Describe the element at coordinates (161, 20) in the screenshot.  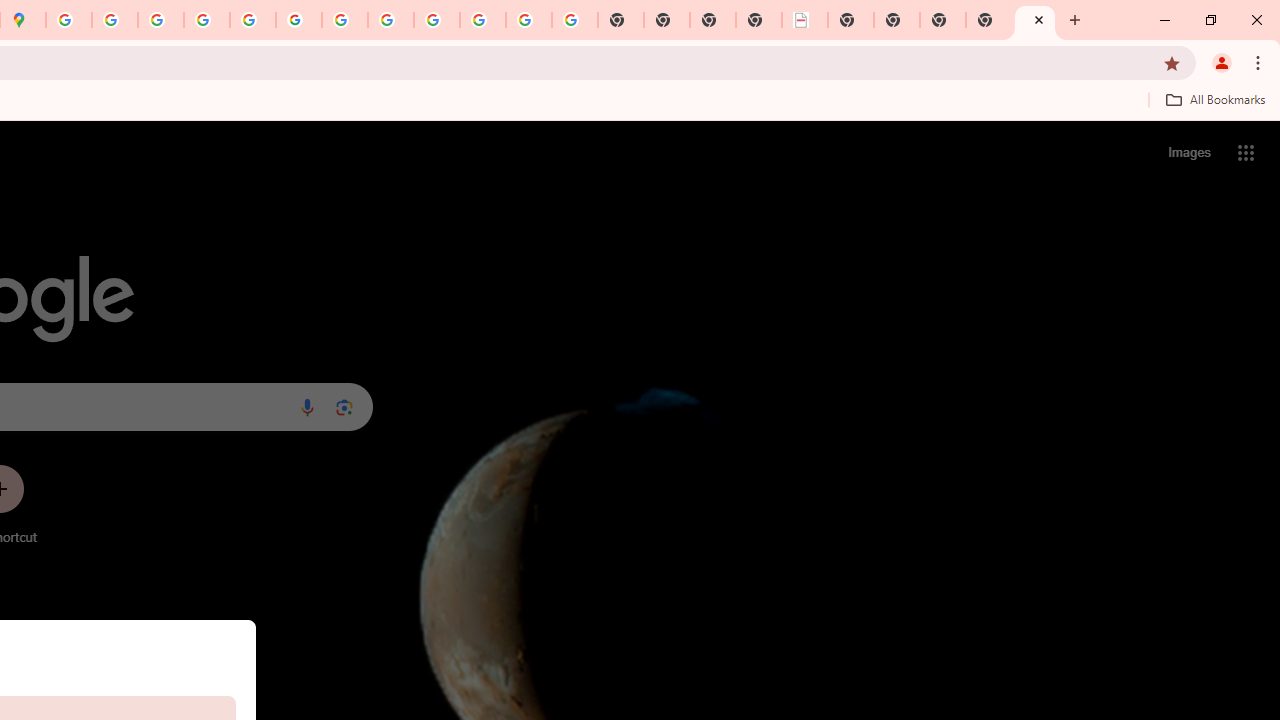
I see `'Privacy Help Center - Policies Help'` at that location.